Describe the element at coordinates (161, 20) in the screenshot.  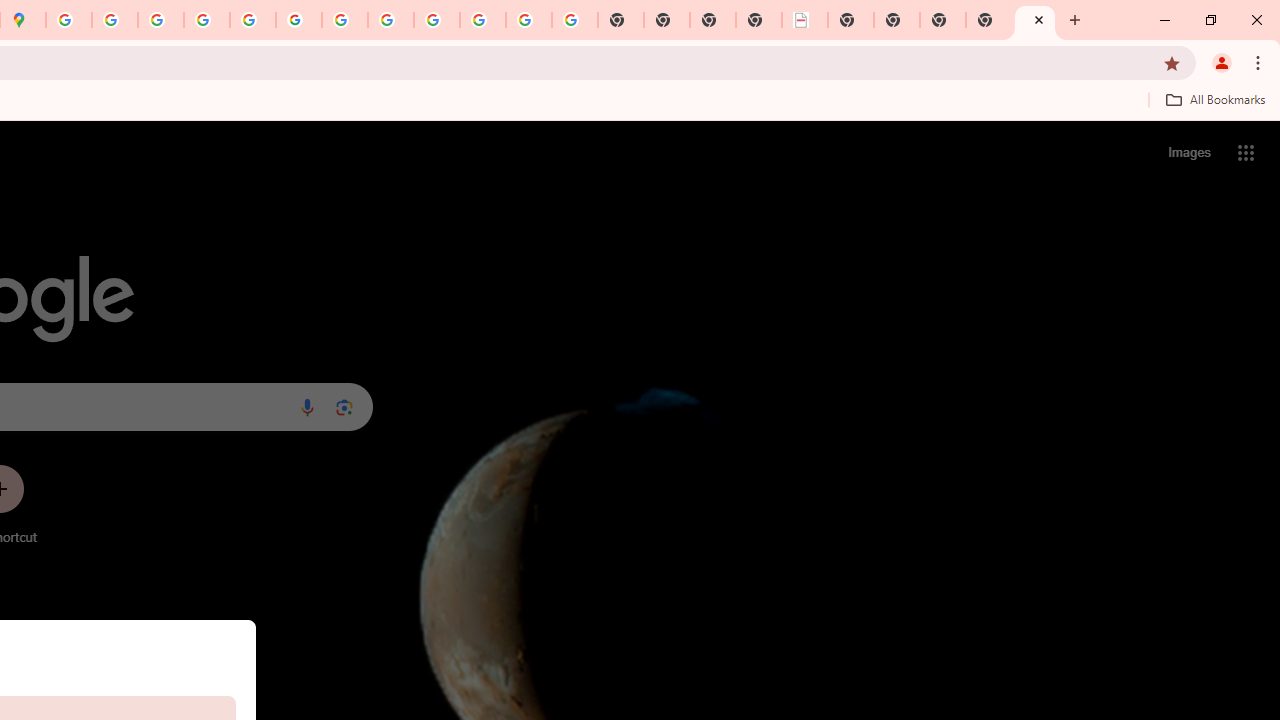
I see `'Privacy Help Center - Policies Help'` at that location.